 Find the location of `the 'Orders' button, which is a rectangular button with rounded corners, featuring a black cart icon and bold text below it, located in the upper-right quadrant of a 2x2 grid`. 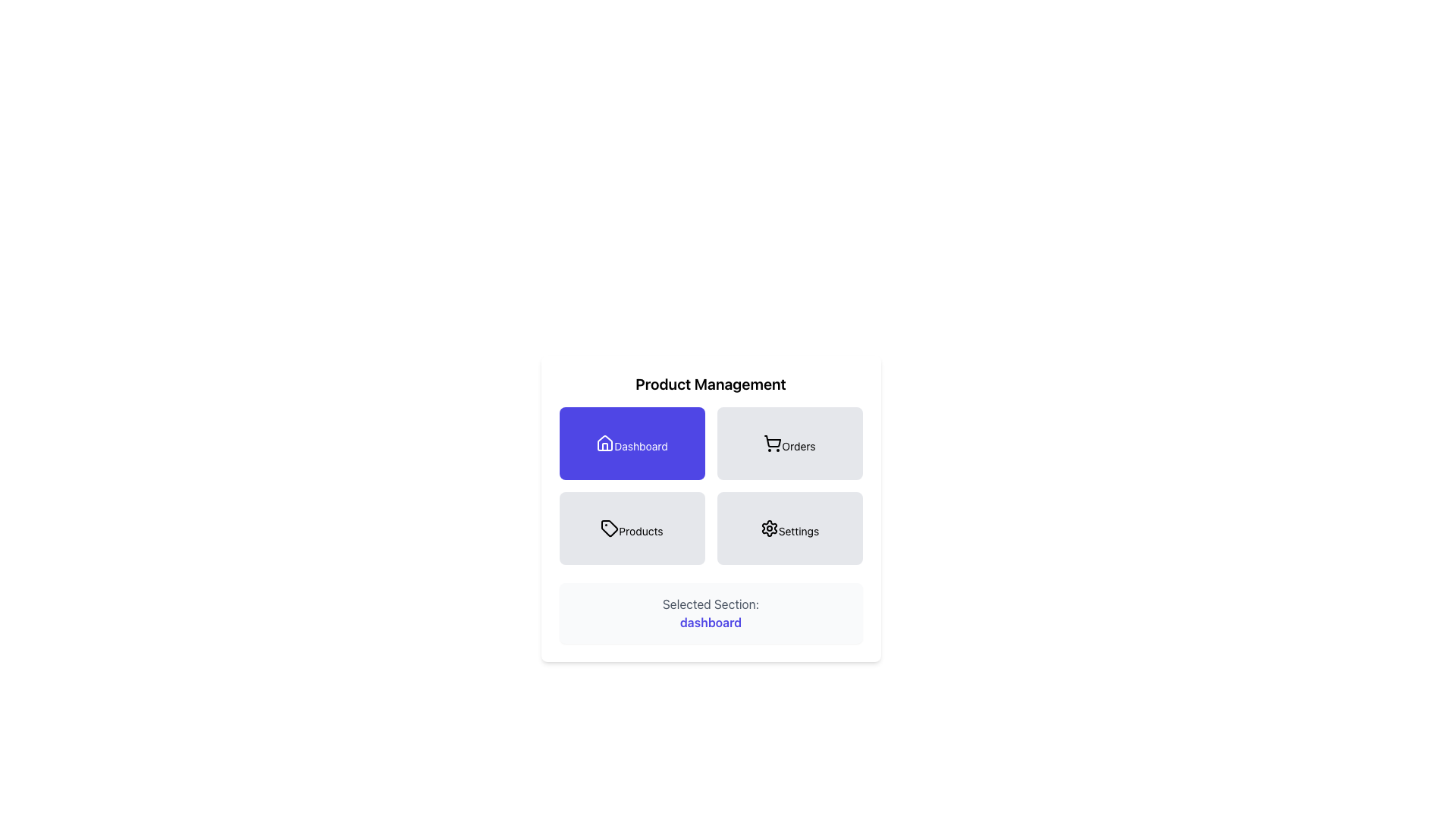

the 'Orders' button, which is a rectangular button with rounded corners, featuring a black cart icon and bold text below it, located in the upper-right quadrant of a 2x2 grid is located at coordinates (789, 444).